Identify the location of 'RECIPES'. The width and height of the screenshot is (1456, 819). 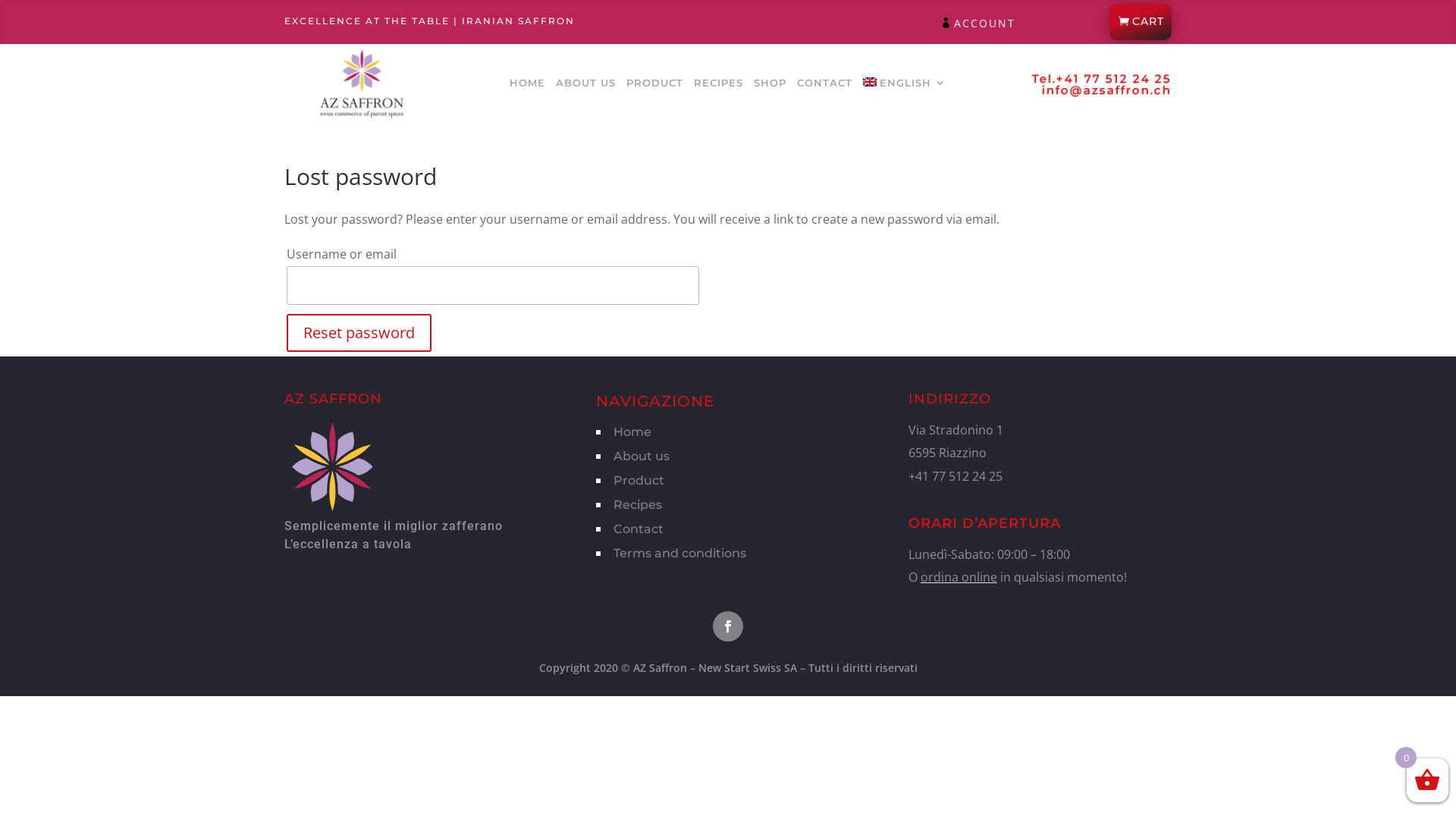
(717, 85).